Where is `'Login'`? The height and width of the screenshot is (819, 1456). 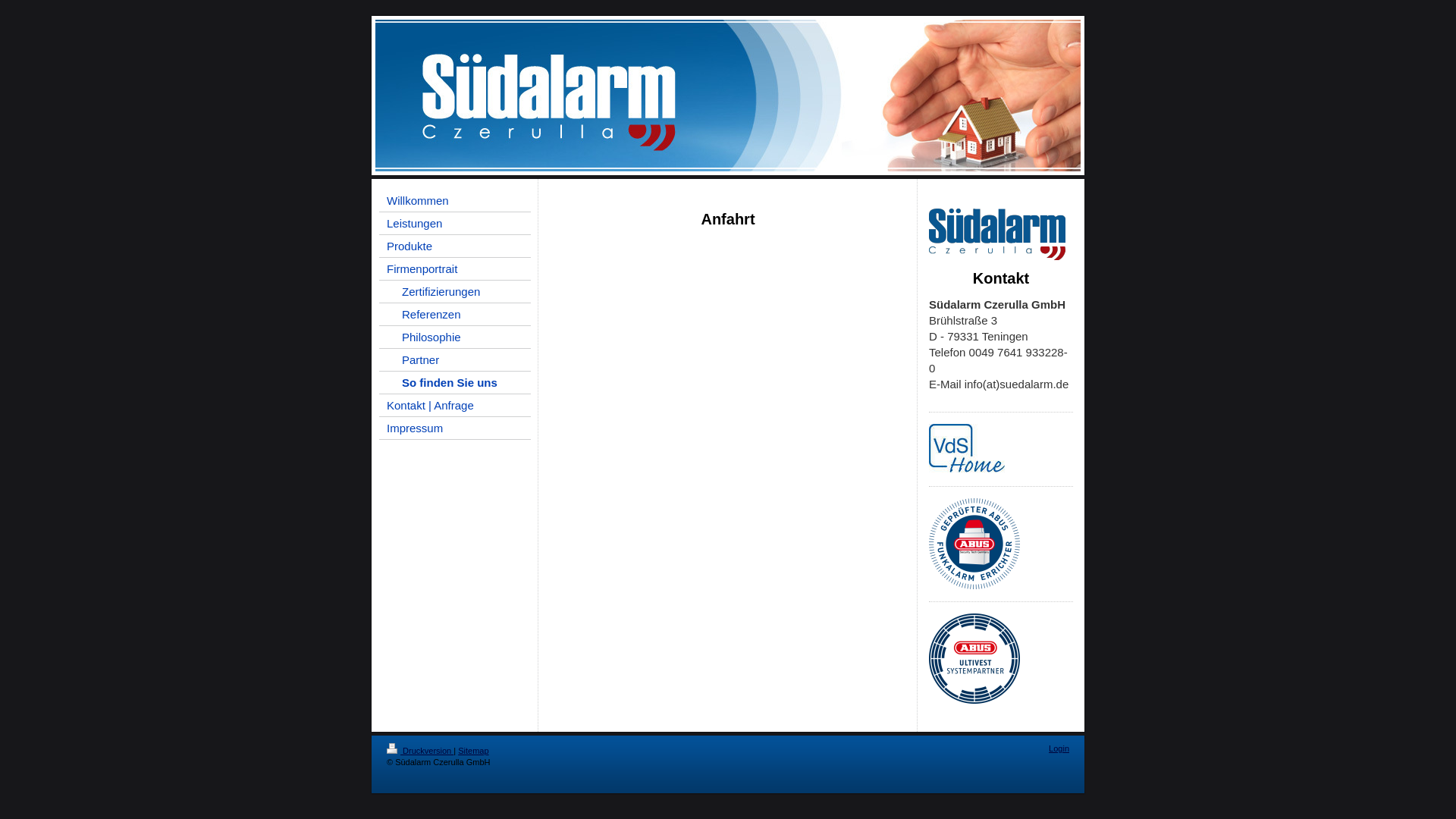
'Login' is located at coordinates (1058, 748).